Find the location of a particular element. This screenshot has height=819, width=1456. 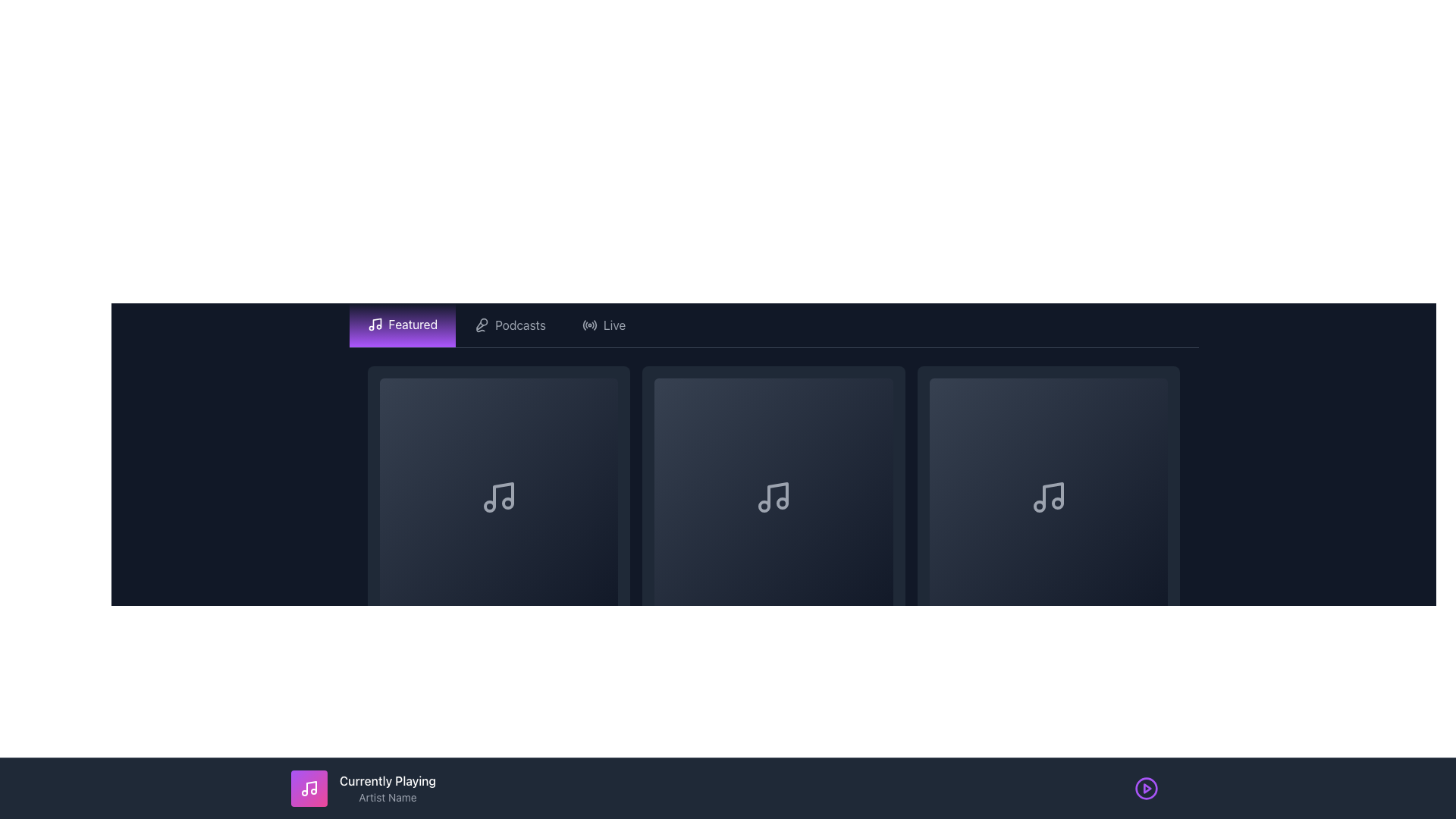

the Music Note icon is located at coordinates (773, 497).